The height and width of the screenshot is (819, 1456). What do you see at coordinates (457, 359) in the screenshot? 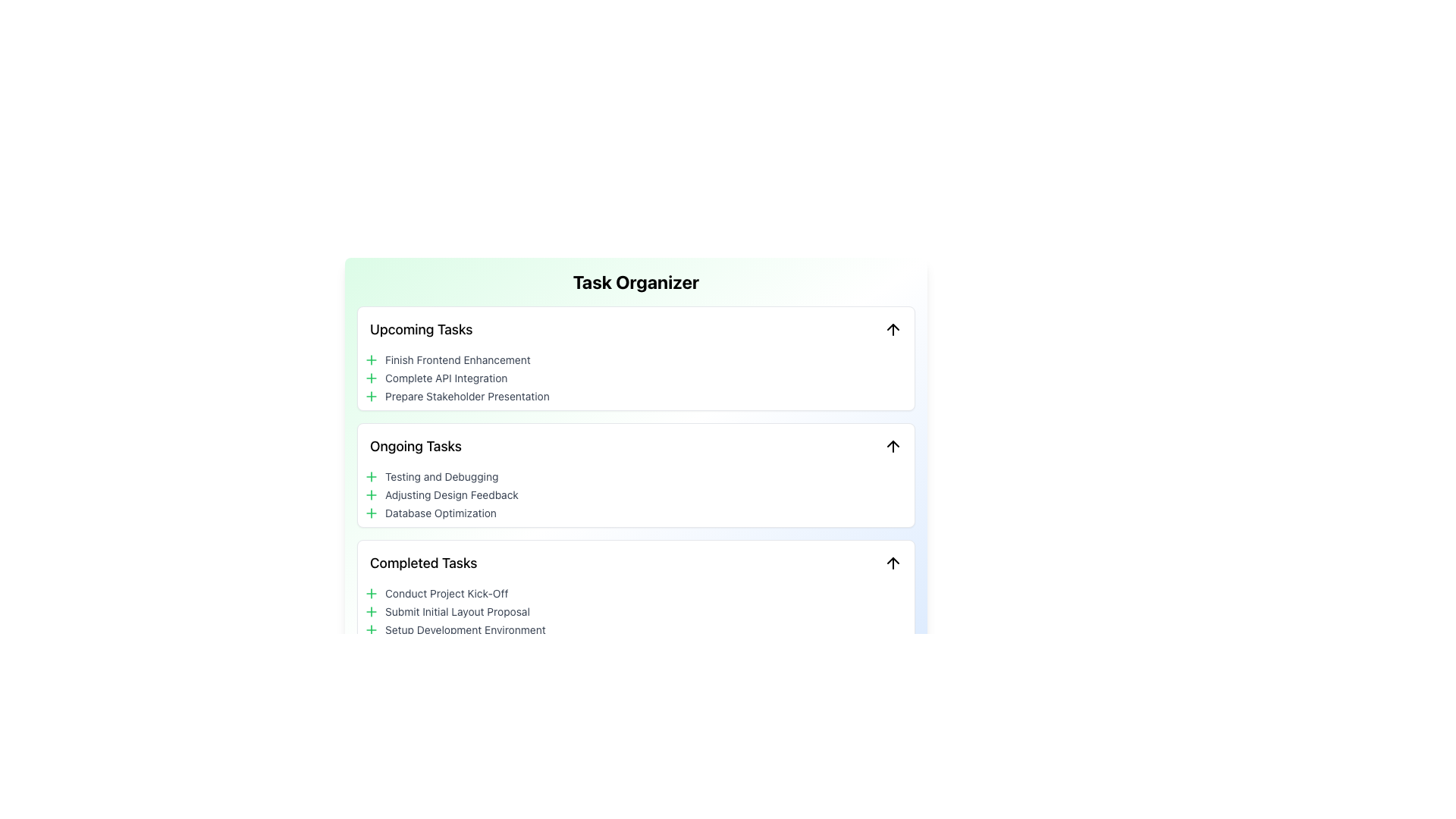
I see `the text label for the task 'Finish Frontend Enhancement' in the 'Upcoming Tasks' section of the 'Task Organizer' panel` at bounding box center [457, 359].